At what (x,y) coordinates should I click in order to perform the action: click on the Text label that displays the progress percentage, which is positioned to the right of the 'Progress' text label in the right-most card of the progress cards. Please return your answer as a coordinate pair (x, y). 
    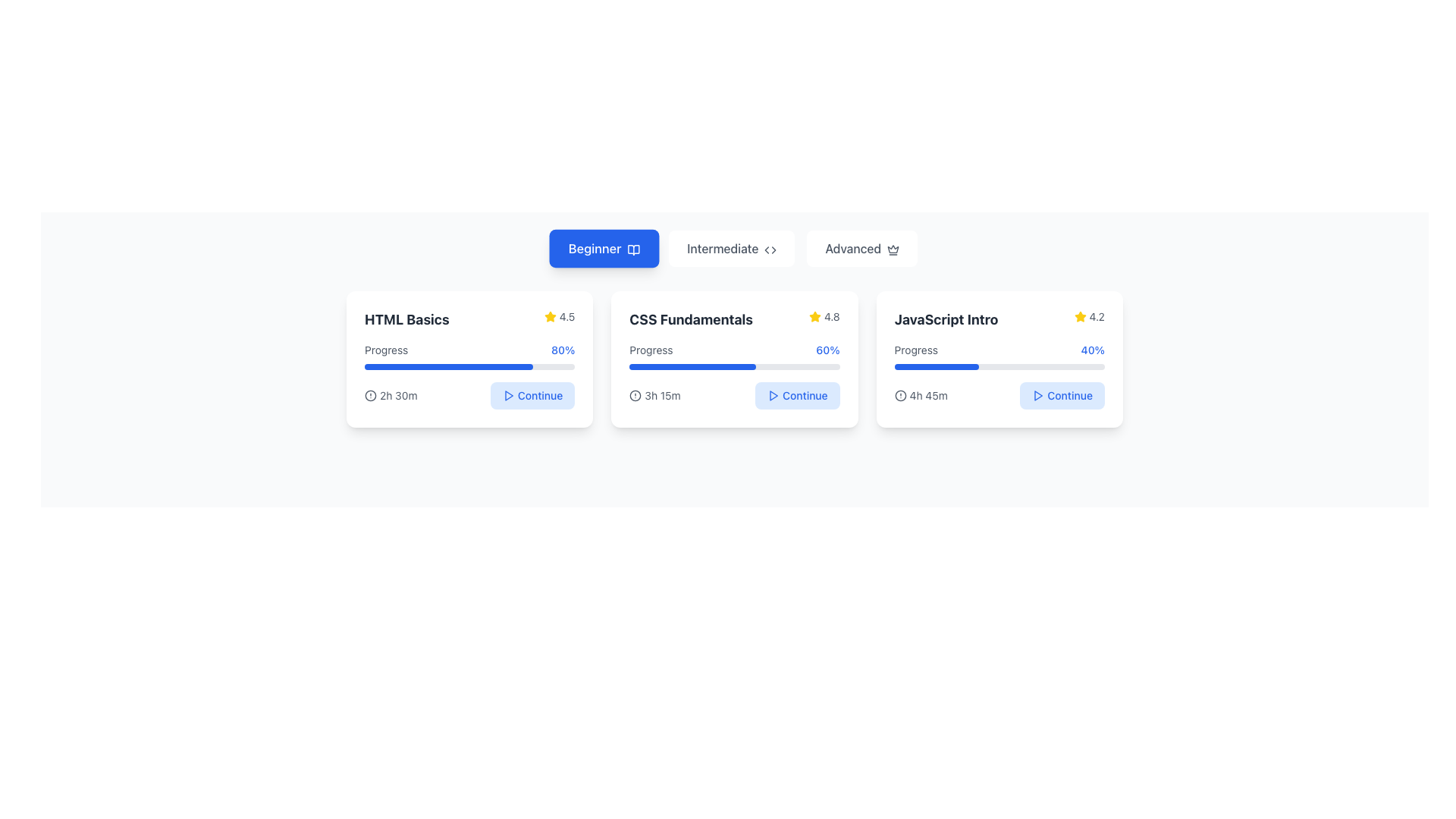
    Looking at the image, I should click on (1093, 350).